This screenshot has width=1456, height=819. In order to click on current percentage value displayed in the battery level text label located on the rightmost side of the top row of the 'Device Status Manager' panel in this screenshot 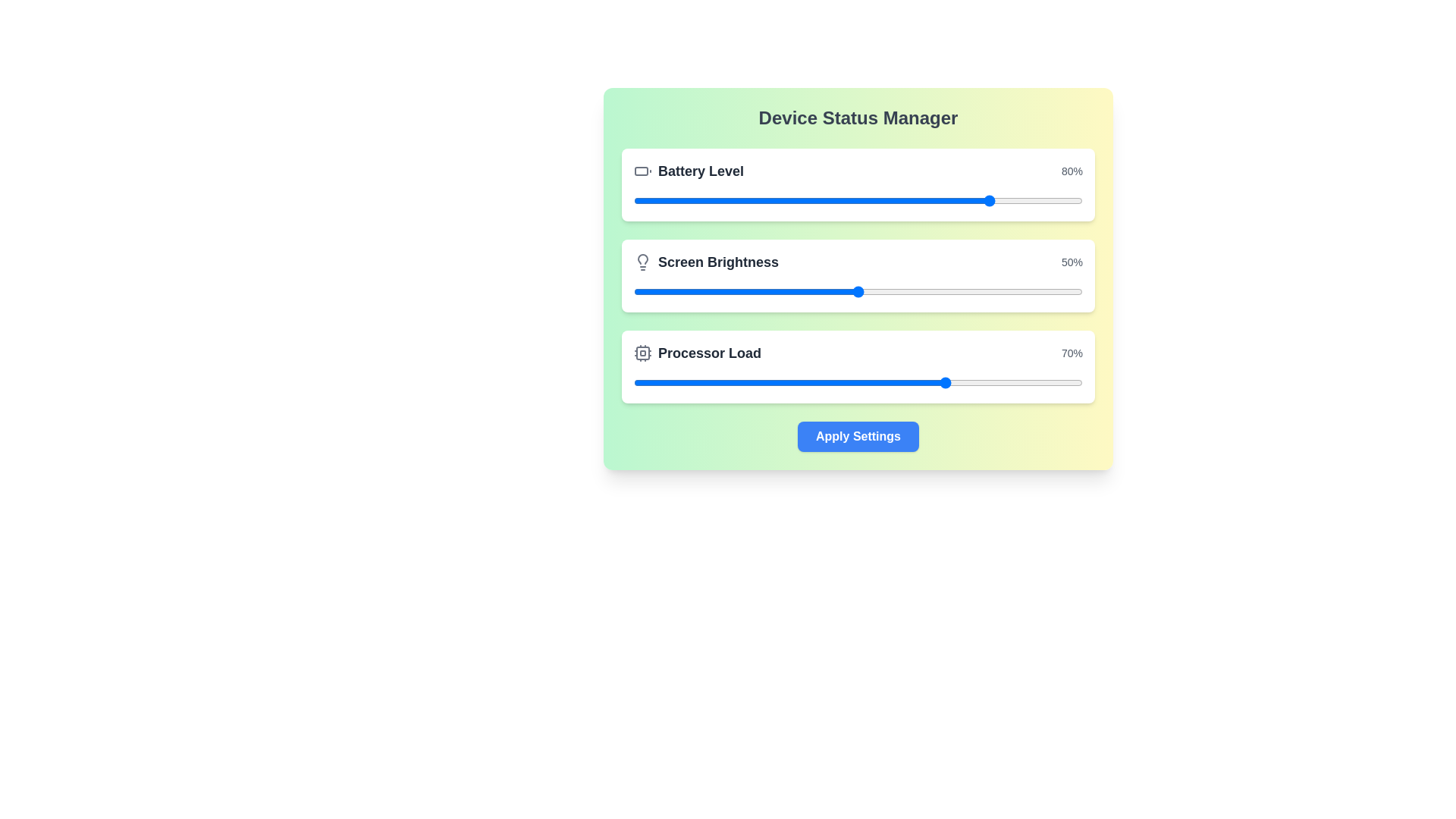, I will do `click(1071, 171)`.